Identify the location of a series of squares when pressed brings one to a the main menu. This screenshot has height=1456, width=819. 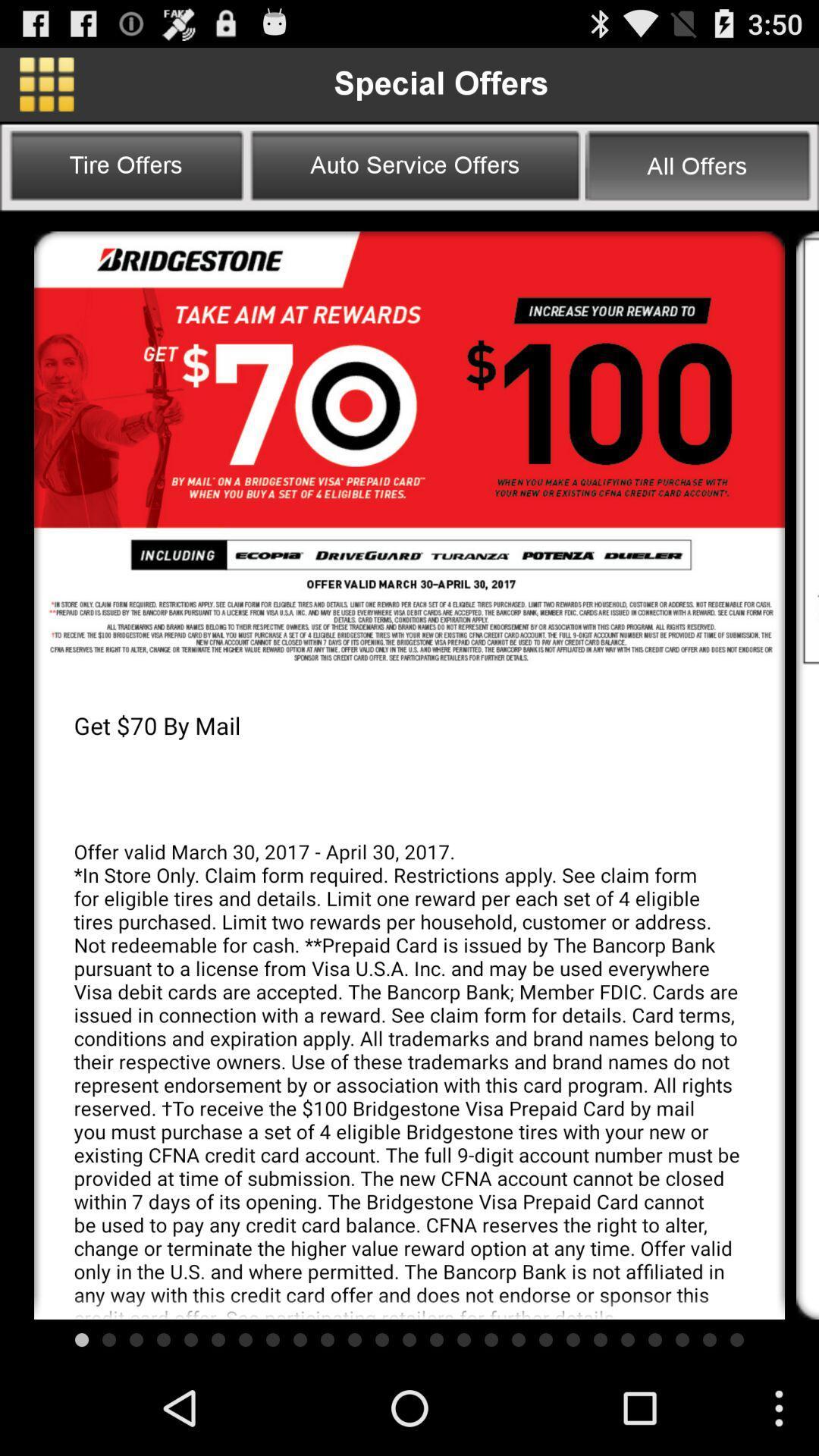
(45, 83).